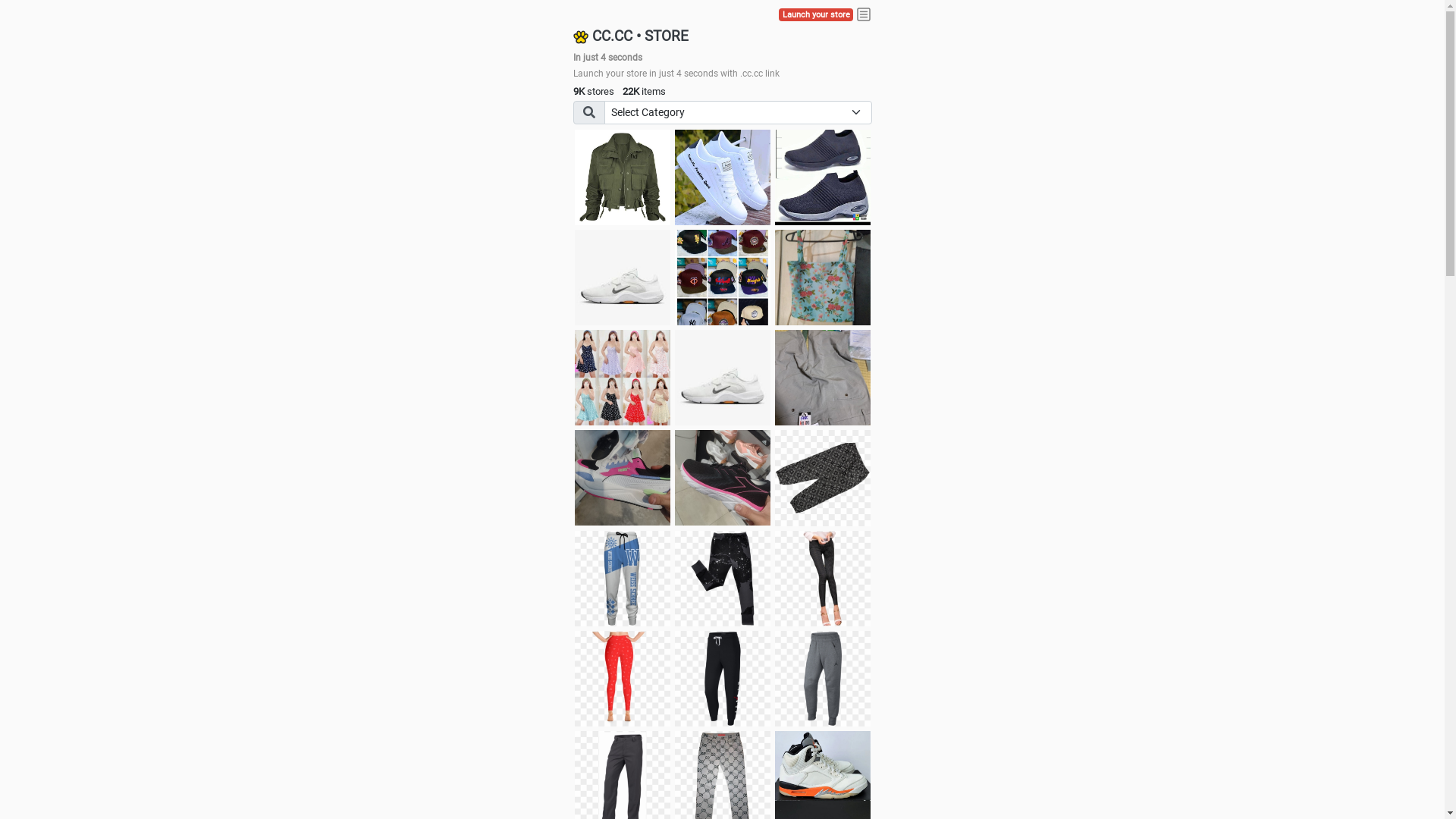 The height and width of the screenshot is (819, 1456). What do you see at coordinates (821, 177) in the screenshot?
I see `'shoes for boys'` at bounding box center [821, 177].